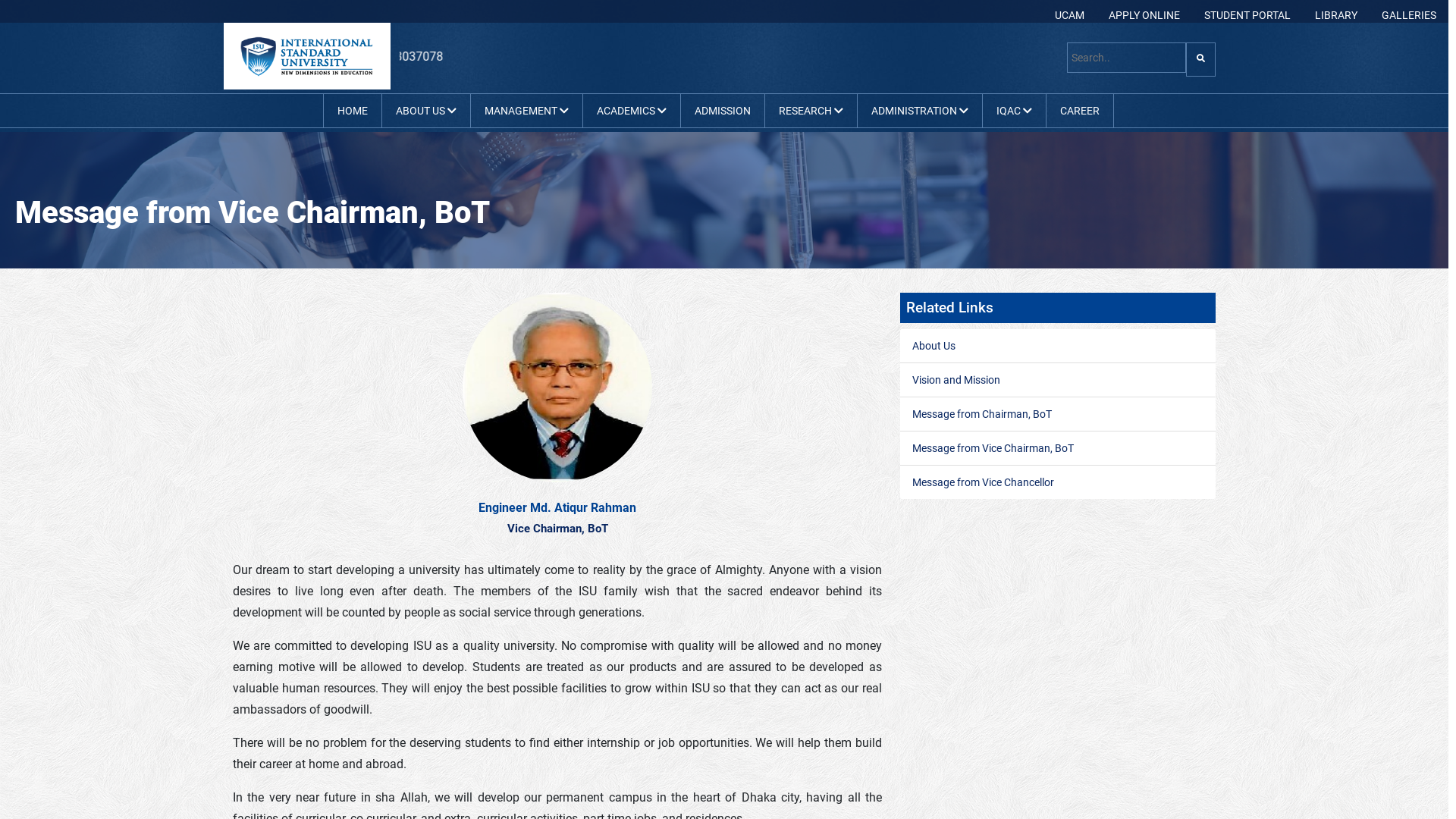 The width and height of the screenshot is (1456, 819). I want to click on 'LIBRARY', so click(1335, 14).